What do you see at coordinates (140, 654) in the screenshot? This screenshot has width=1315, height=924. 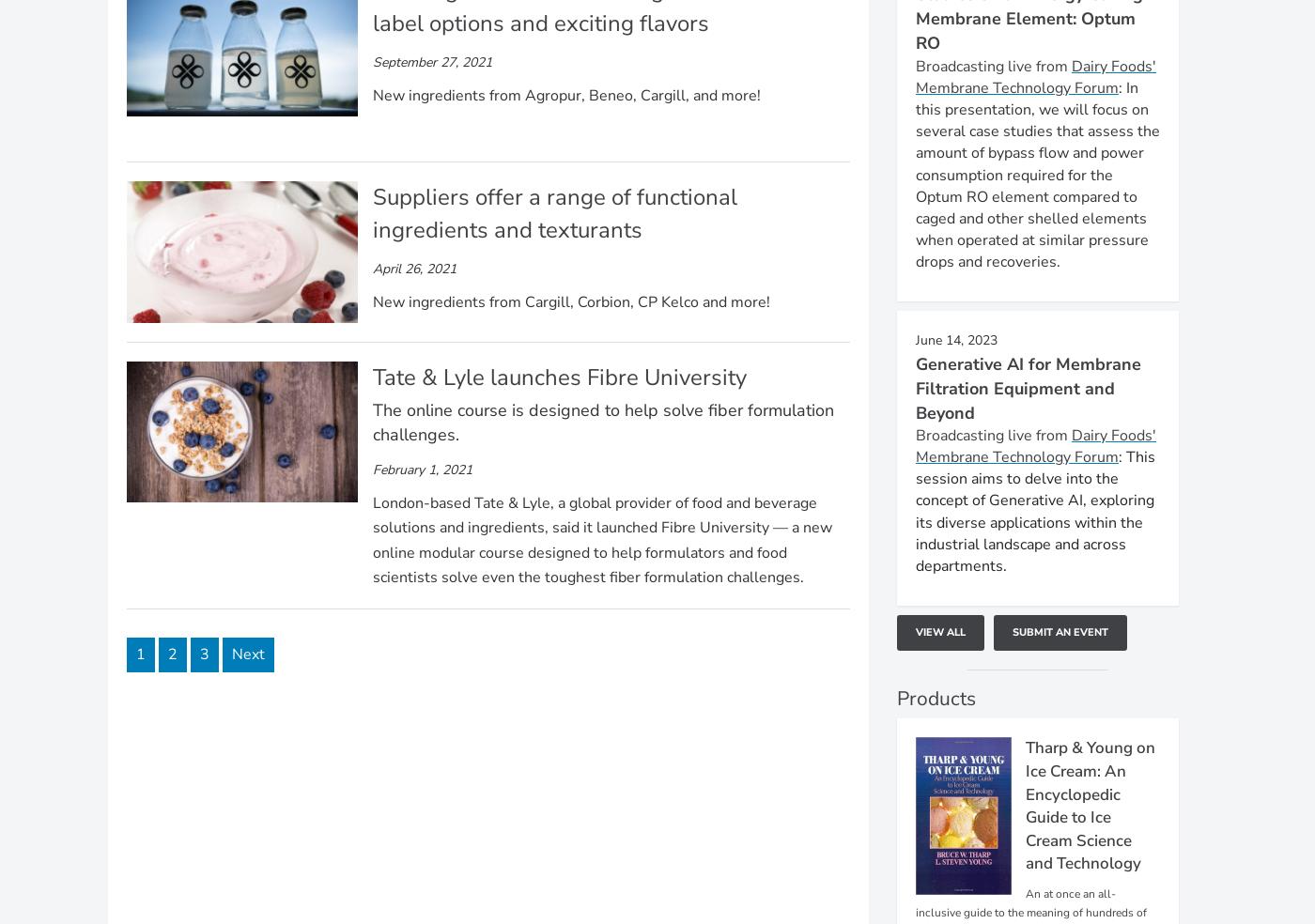 I see `'1'` at bounding box center [140, 654].